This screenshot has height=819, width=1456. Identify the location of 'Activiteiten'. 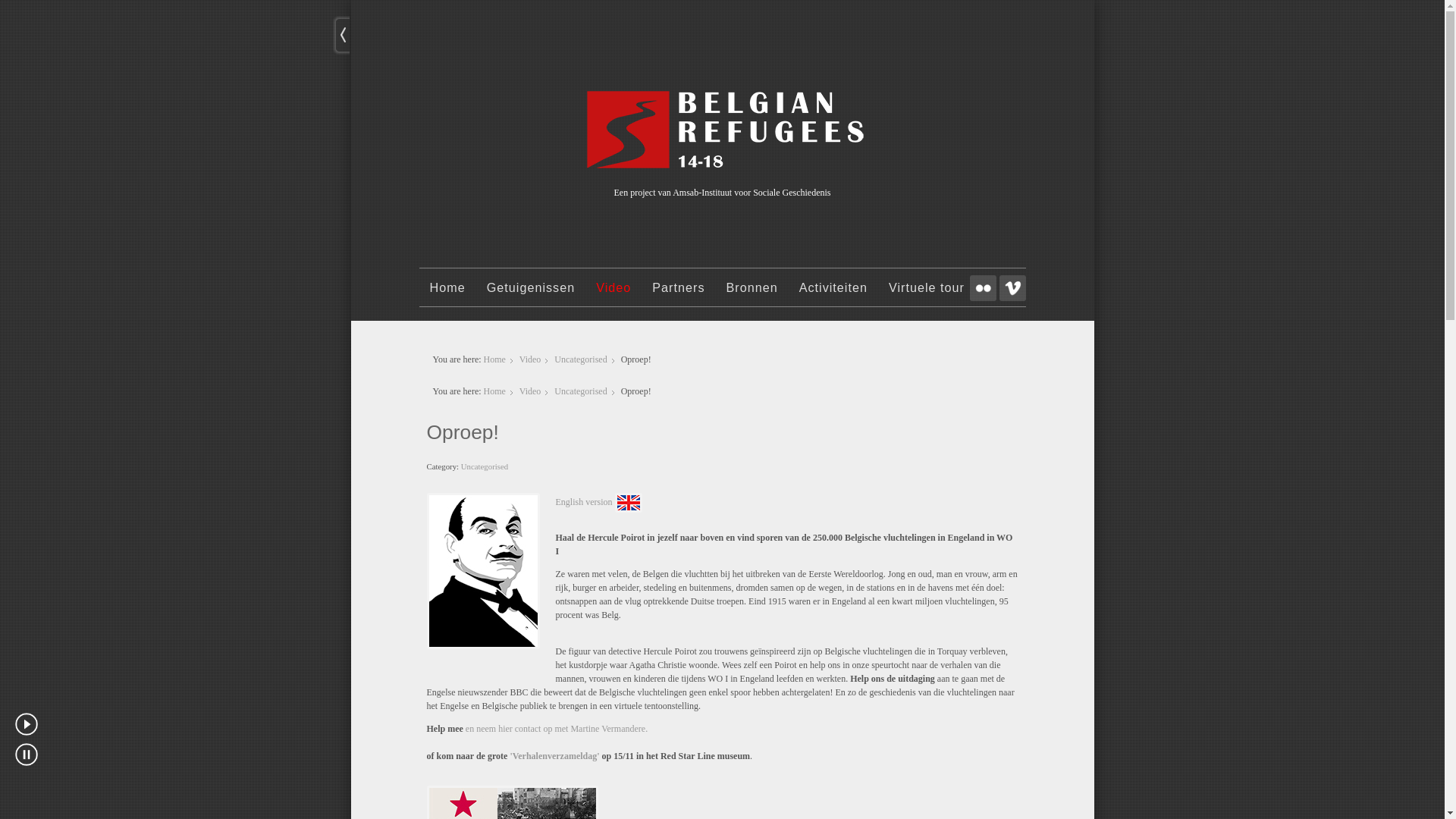
(789, 294).